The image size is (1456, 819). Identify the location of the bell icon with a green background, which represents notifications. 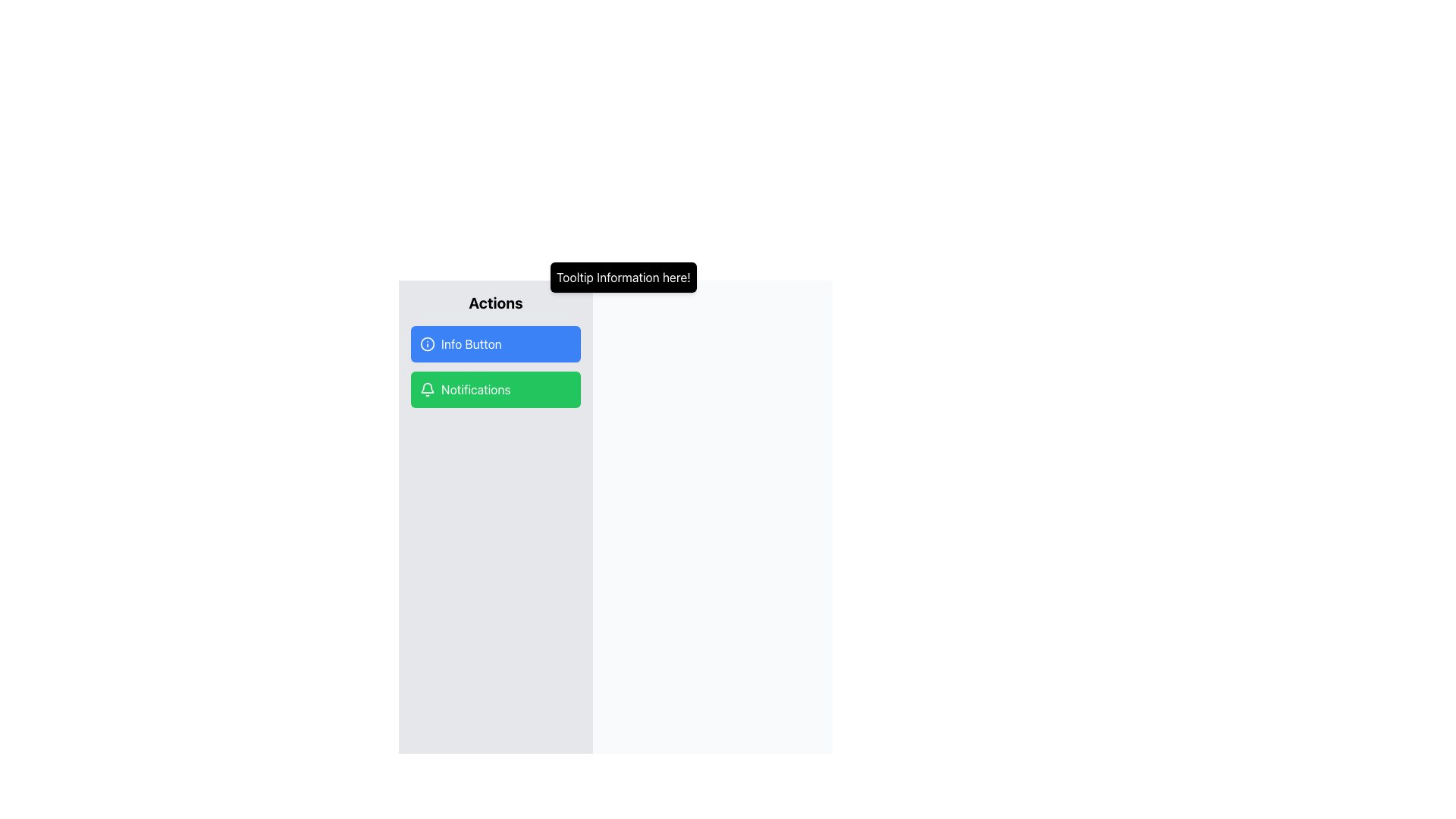
(427, 388).